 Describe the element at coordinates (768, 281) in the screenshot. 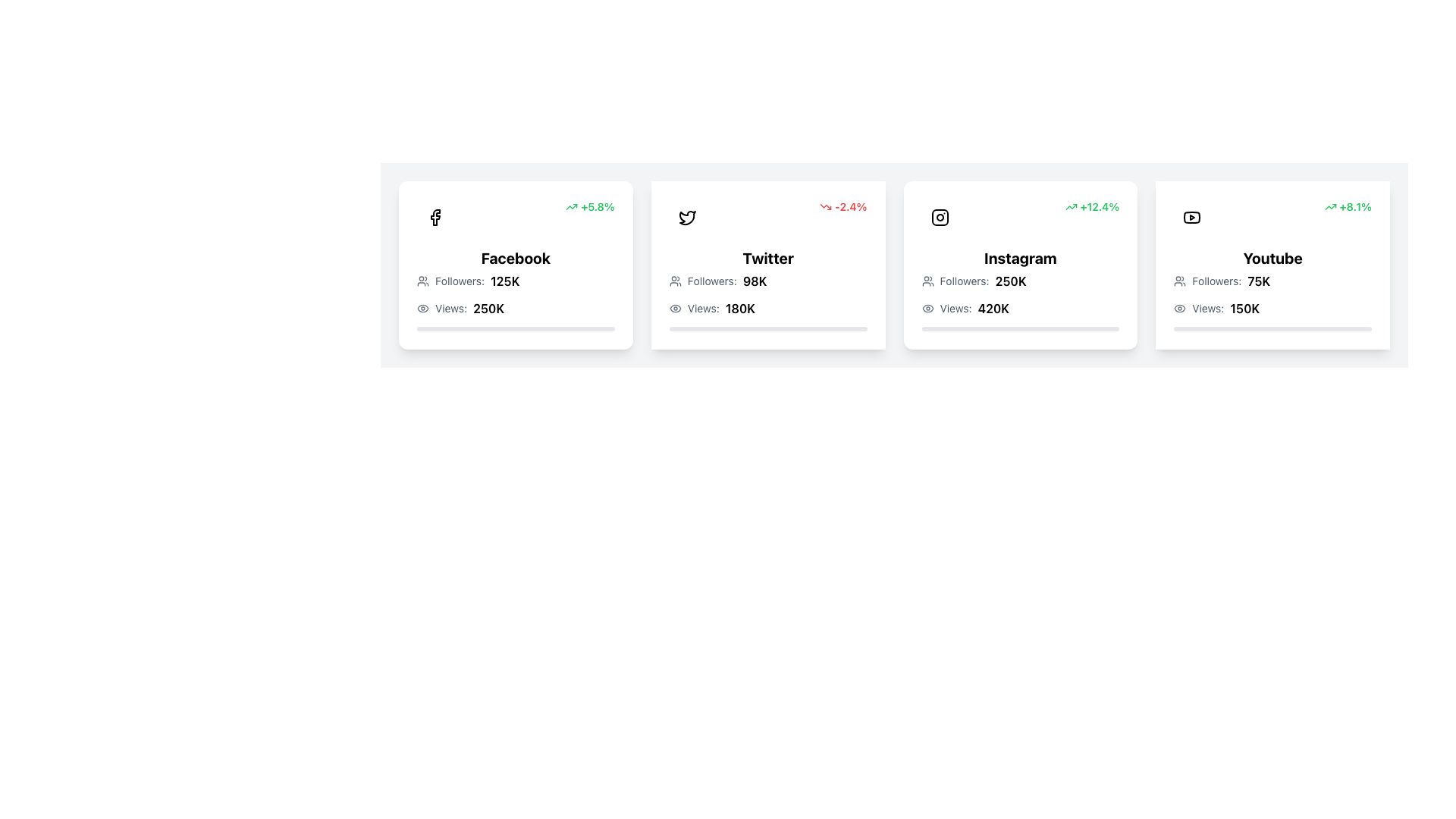

I see `the text displaying the number of followers associated with the Twitter account, located within the Twitter card beneath the main title` at that location.